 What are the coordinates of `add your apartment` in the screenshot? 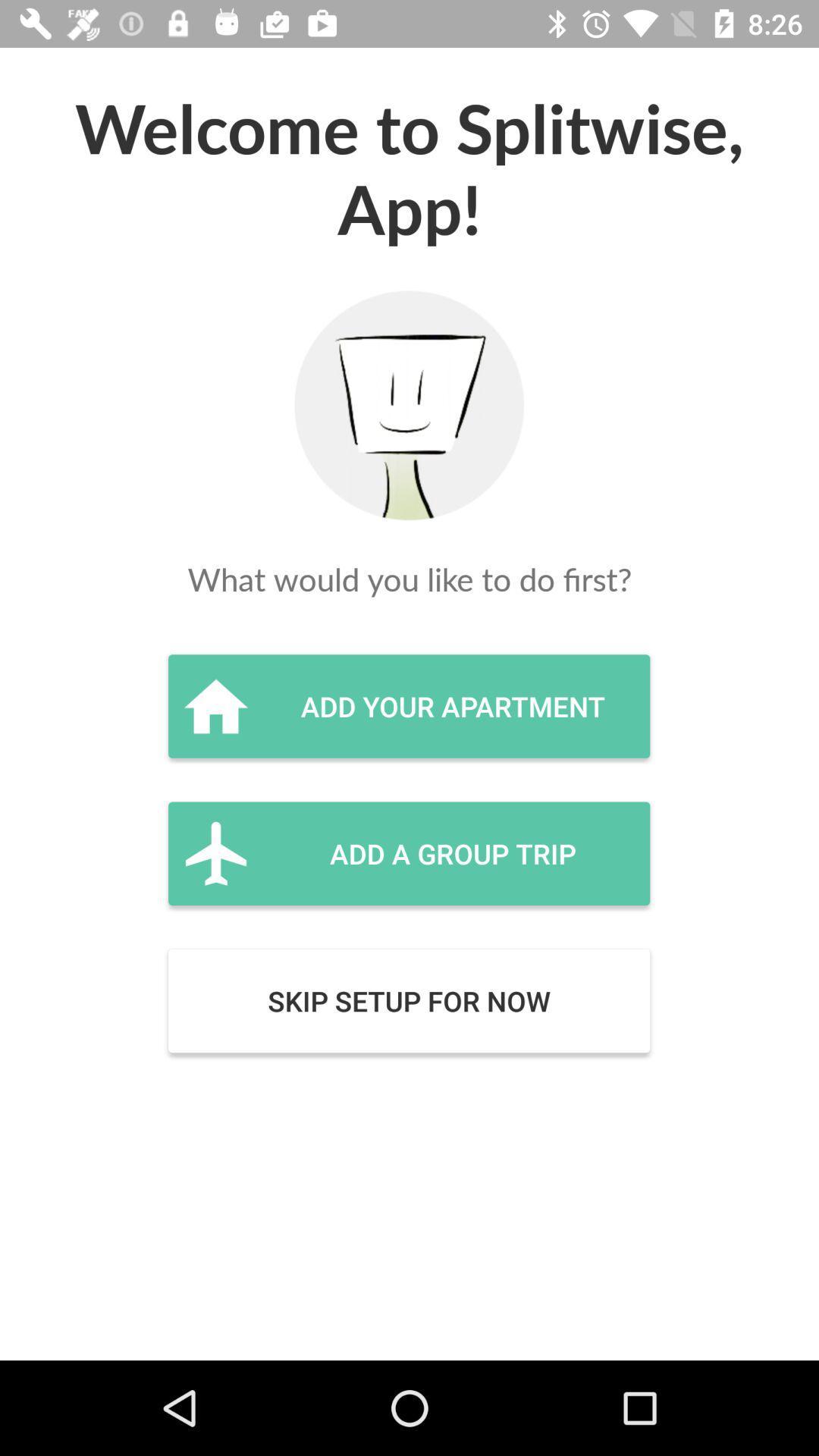 It's located at (408, 705).